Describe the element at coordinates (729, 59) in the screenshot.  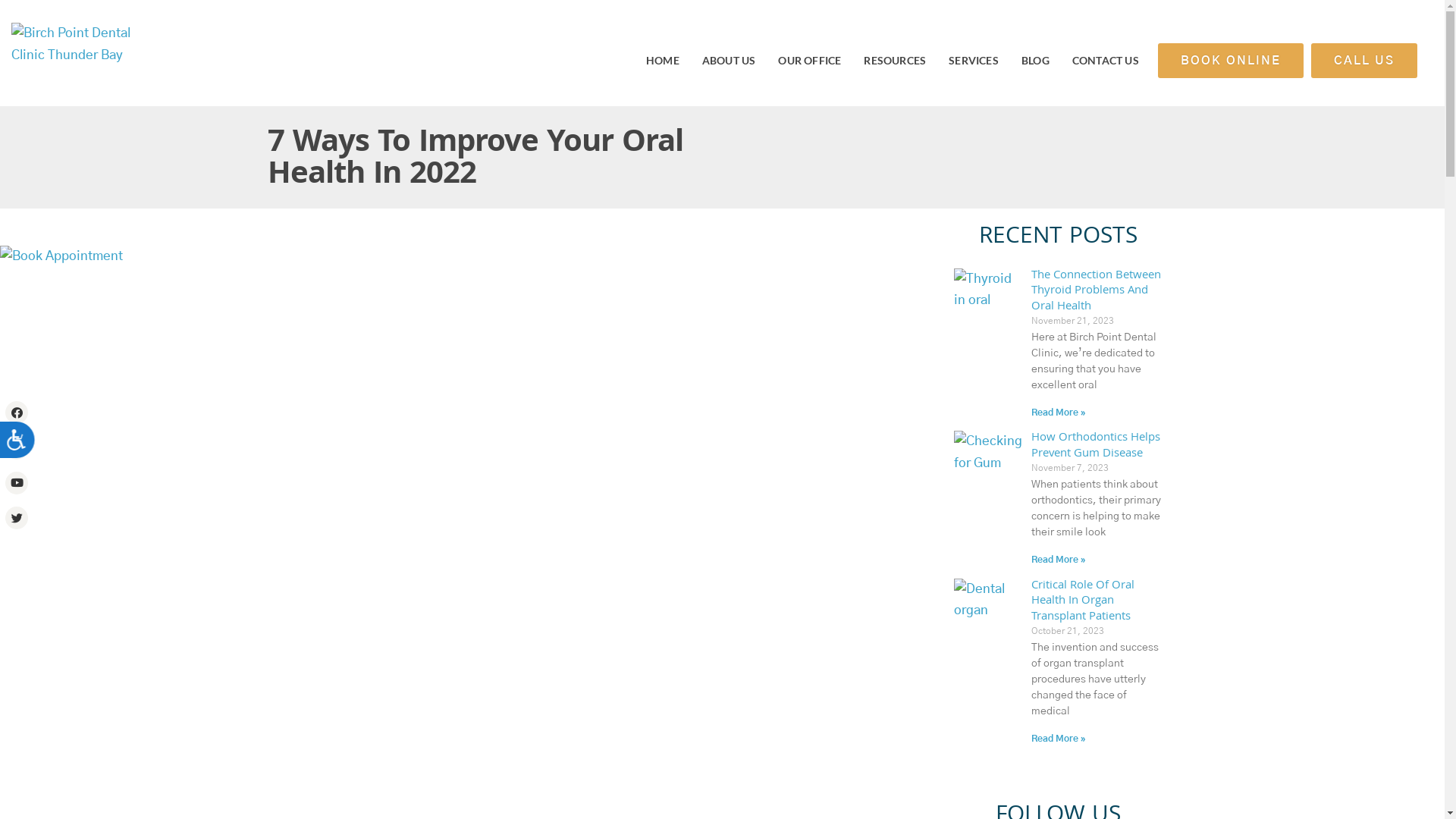
I see `'ABOUT US'` at that location.